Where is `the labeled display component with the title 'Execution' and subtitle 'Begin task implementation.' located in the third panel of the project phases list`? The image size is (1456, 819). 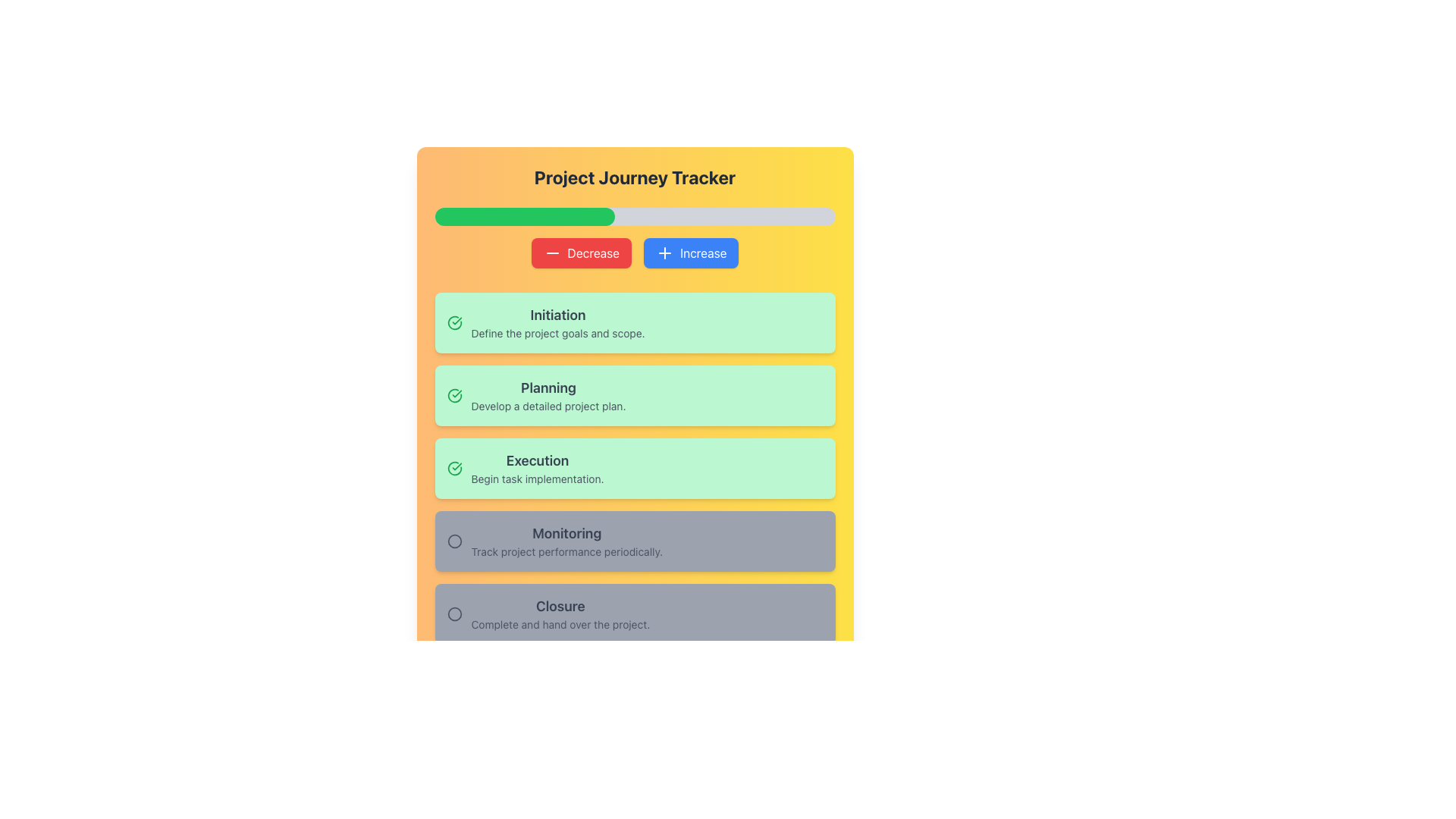
the labeled display component with the title 'Execution' and subtitle 'Begin task implementation.' located in the third panel of the project phases list is located at coordinates (538, 467).